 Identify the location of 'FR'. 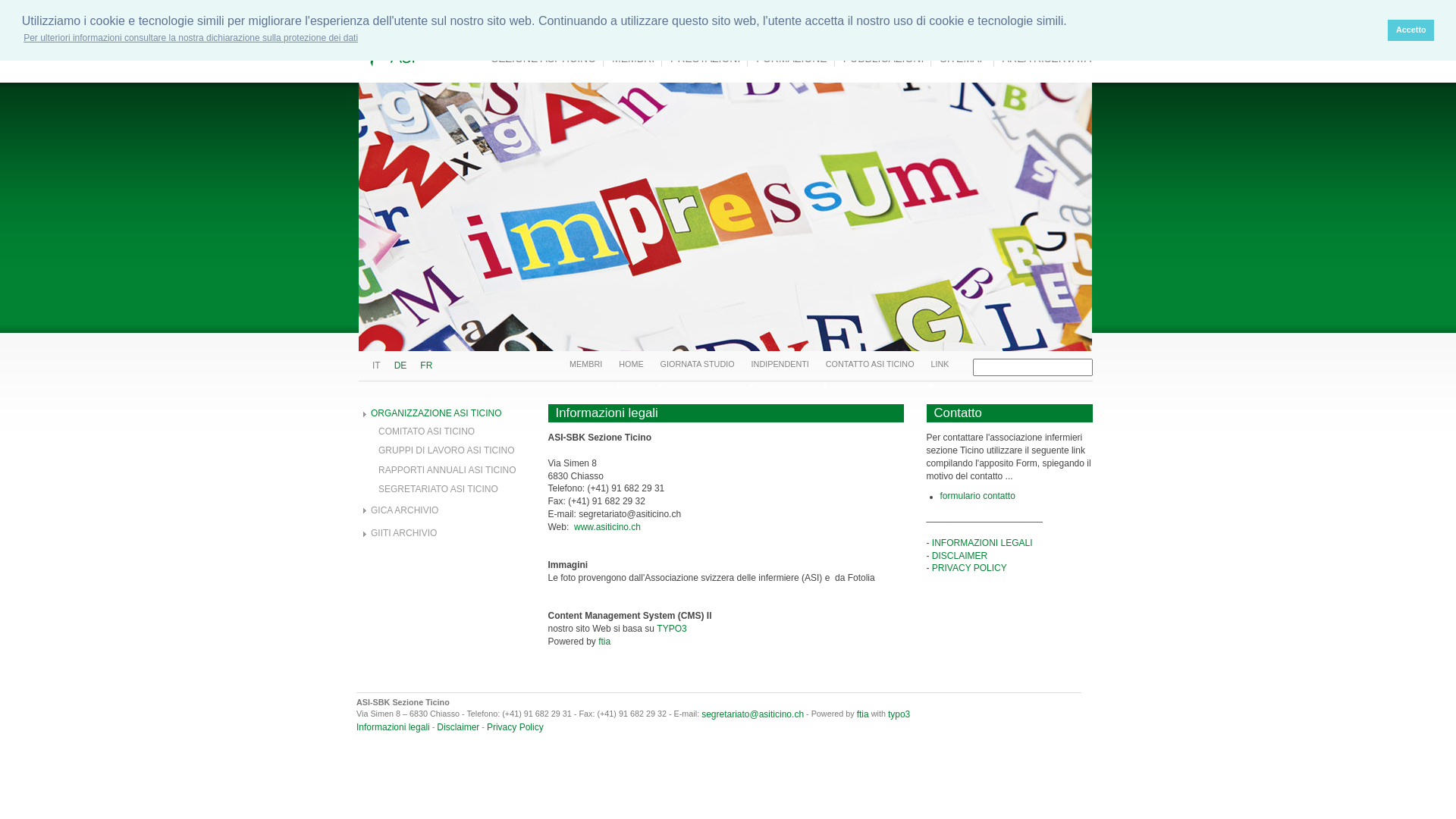
(425, 366).